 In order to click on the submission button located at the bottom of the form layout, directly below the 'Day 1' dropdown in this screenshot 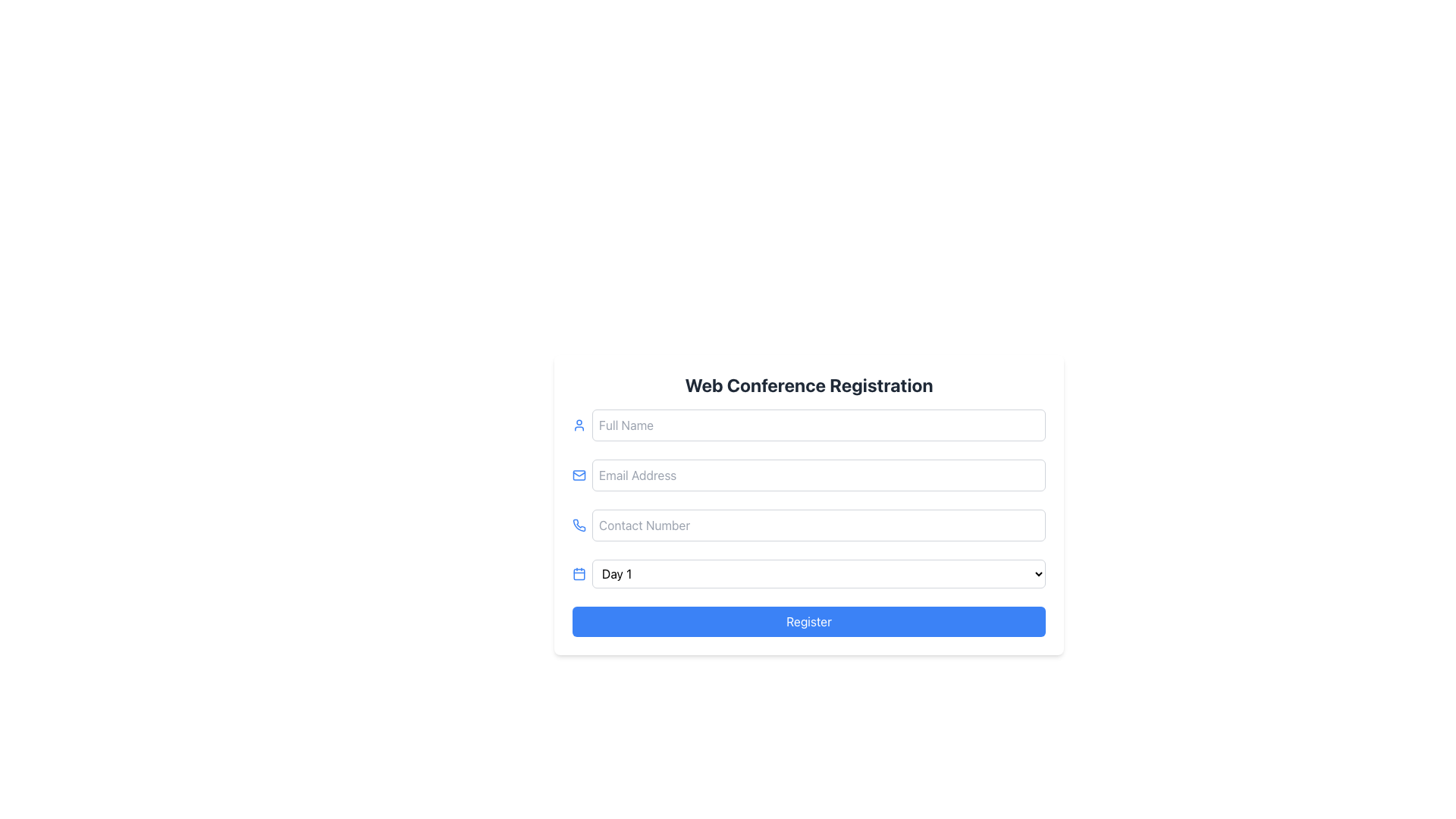, I will do `click(808, 622)`.